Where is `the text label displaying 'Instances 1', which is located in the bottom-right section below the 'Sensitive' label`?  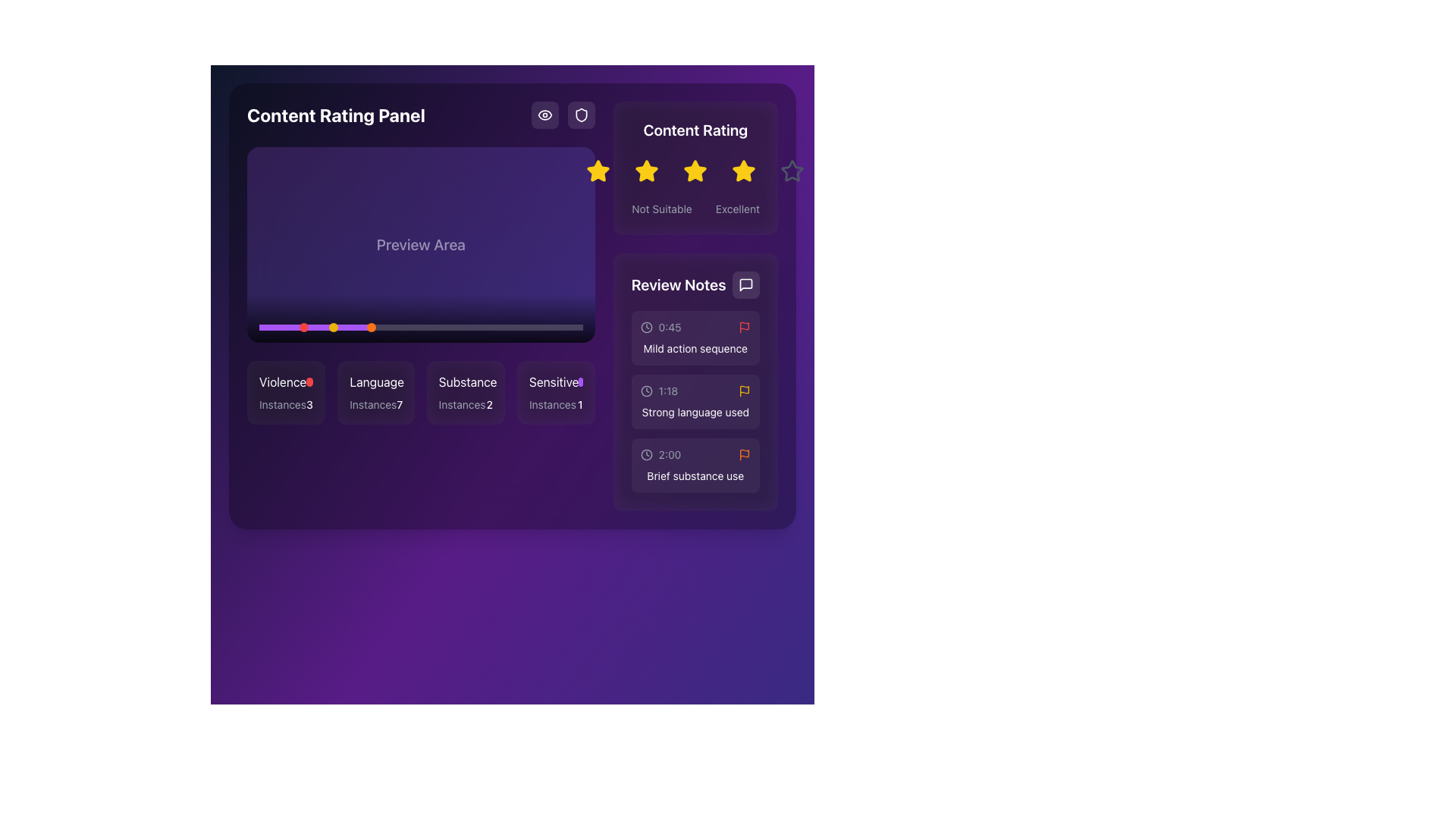 the text label displaying 'Instances 1', which is located in the bottom-right section below the 'Sensitive' label is located at coordinates (555, 403).